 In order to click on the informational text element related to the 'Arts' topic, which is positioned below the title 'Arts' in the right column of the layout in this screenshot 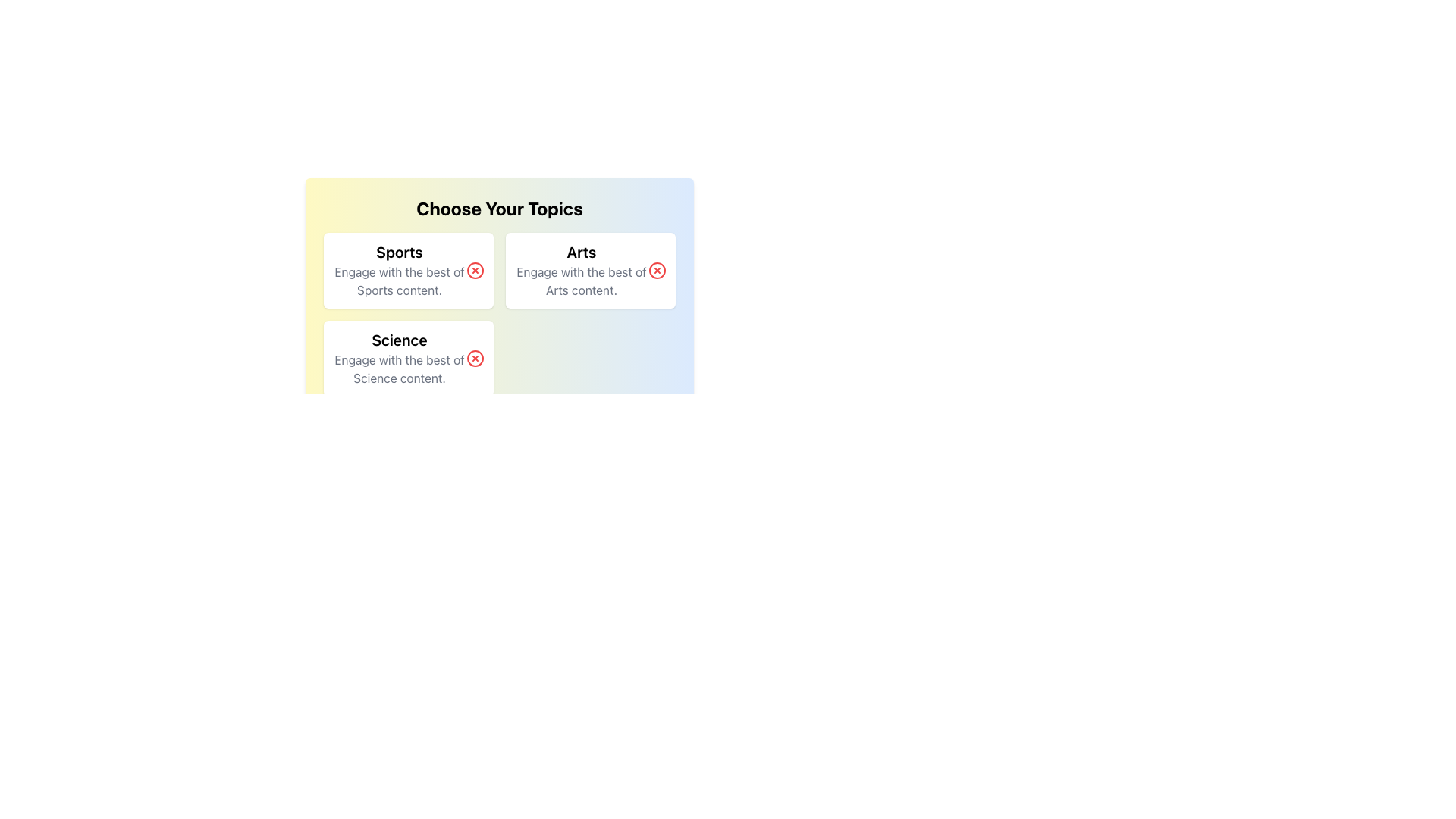, I will do `click(581, 281)`.